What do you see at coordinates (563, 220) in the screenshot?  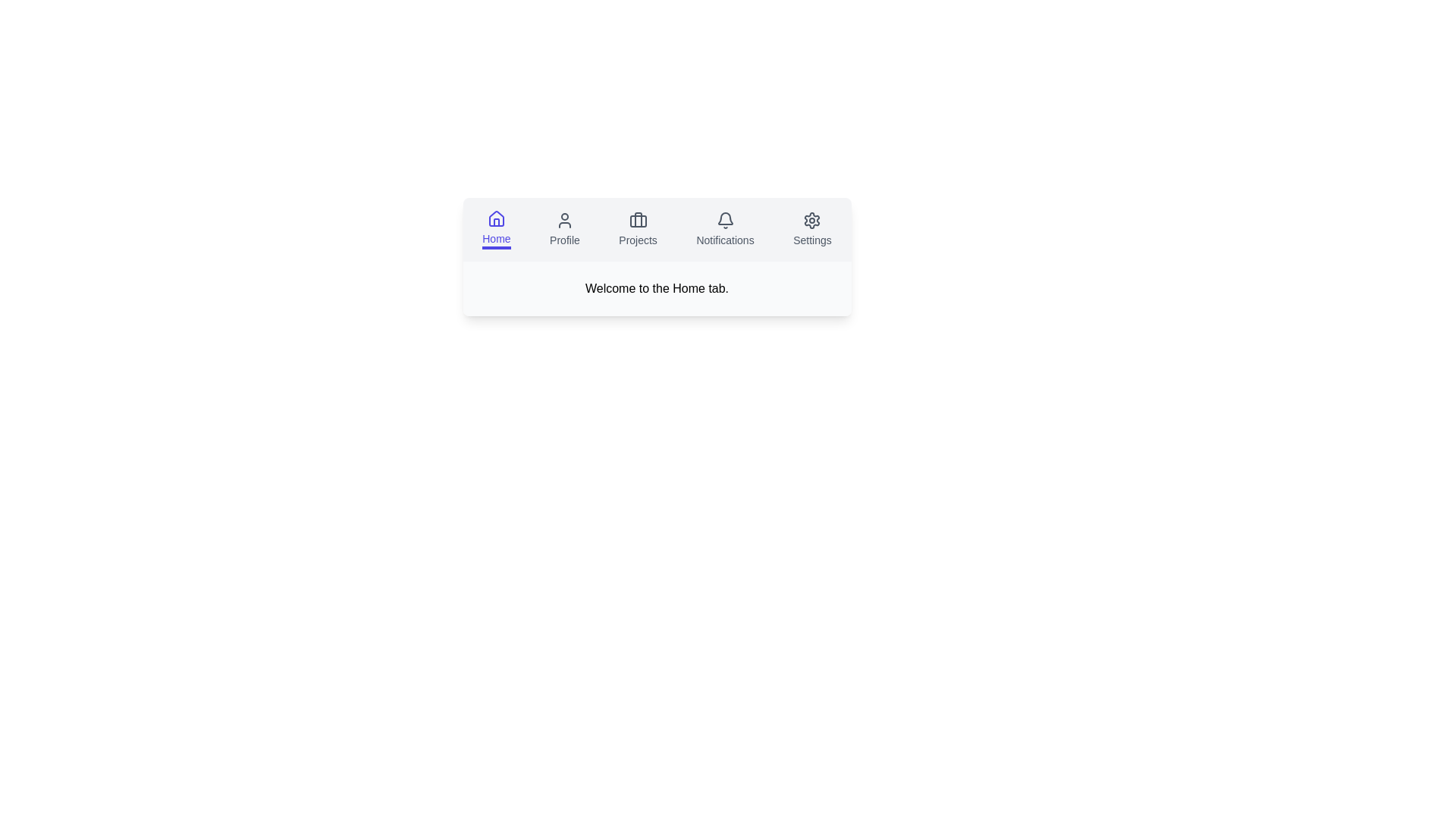 I see `the user profile icon represented by a minimalist line drawing of a head and shoulders, located in the navigation bar above the 'Profile' label` at bounding box center [563, 220].